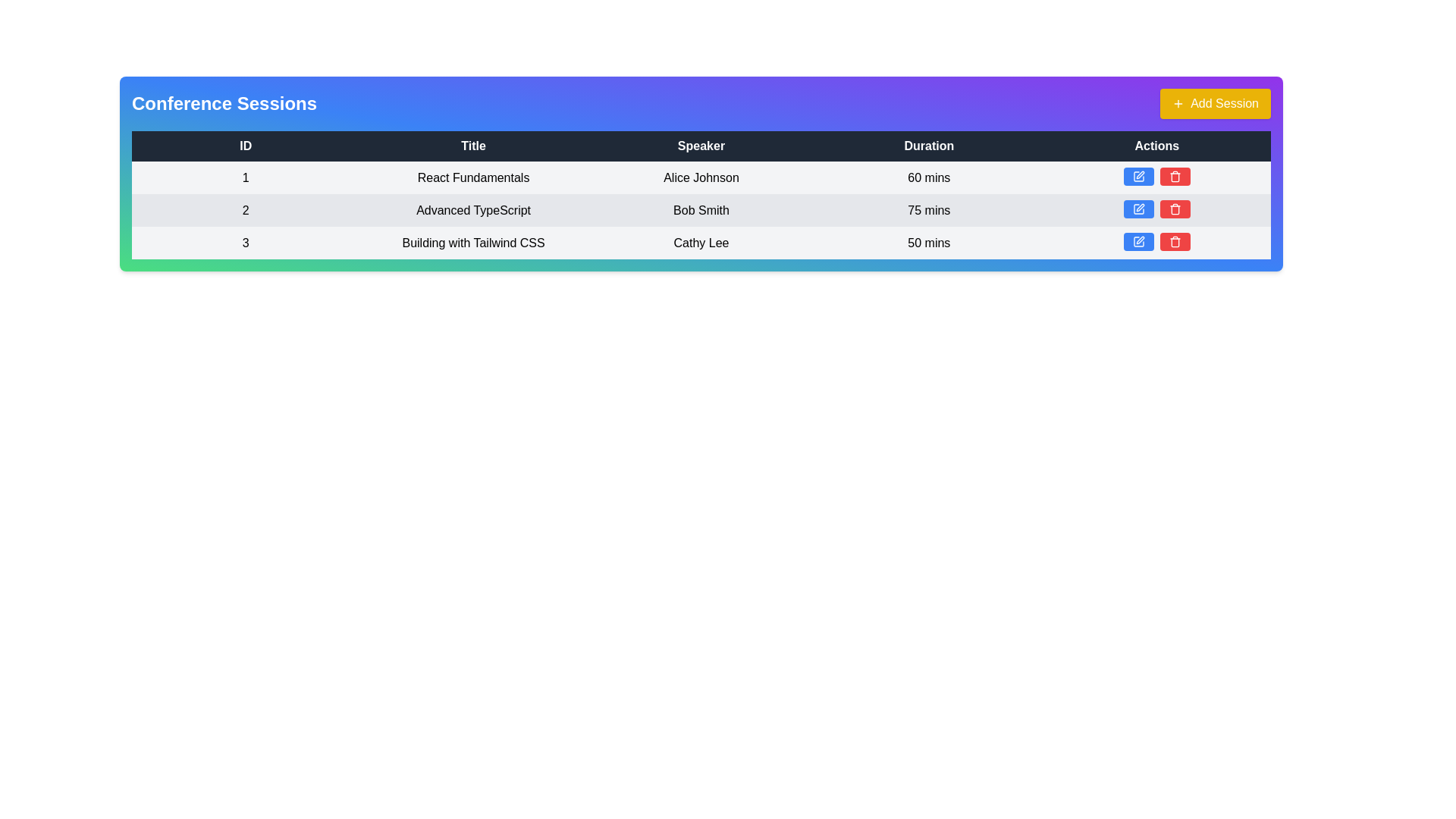  What do you see at coordinates (1138, 241) in the screenshot?
I see `the first button in the 'Actions' column of the last row in the visible table` at bounding box center [1138, 241].